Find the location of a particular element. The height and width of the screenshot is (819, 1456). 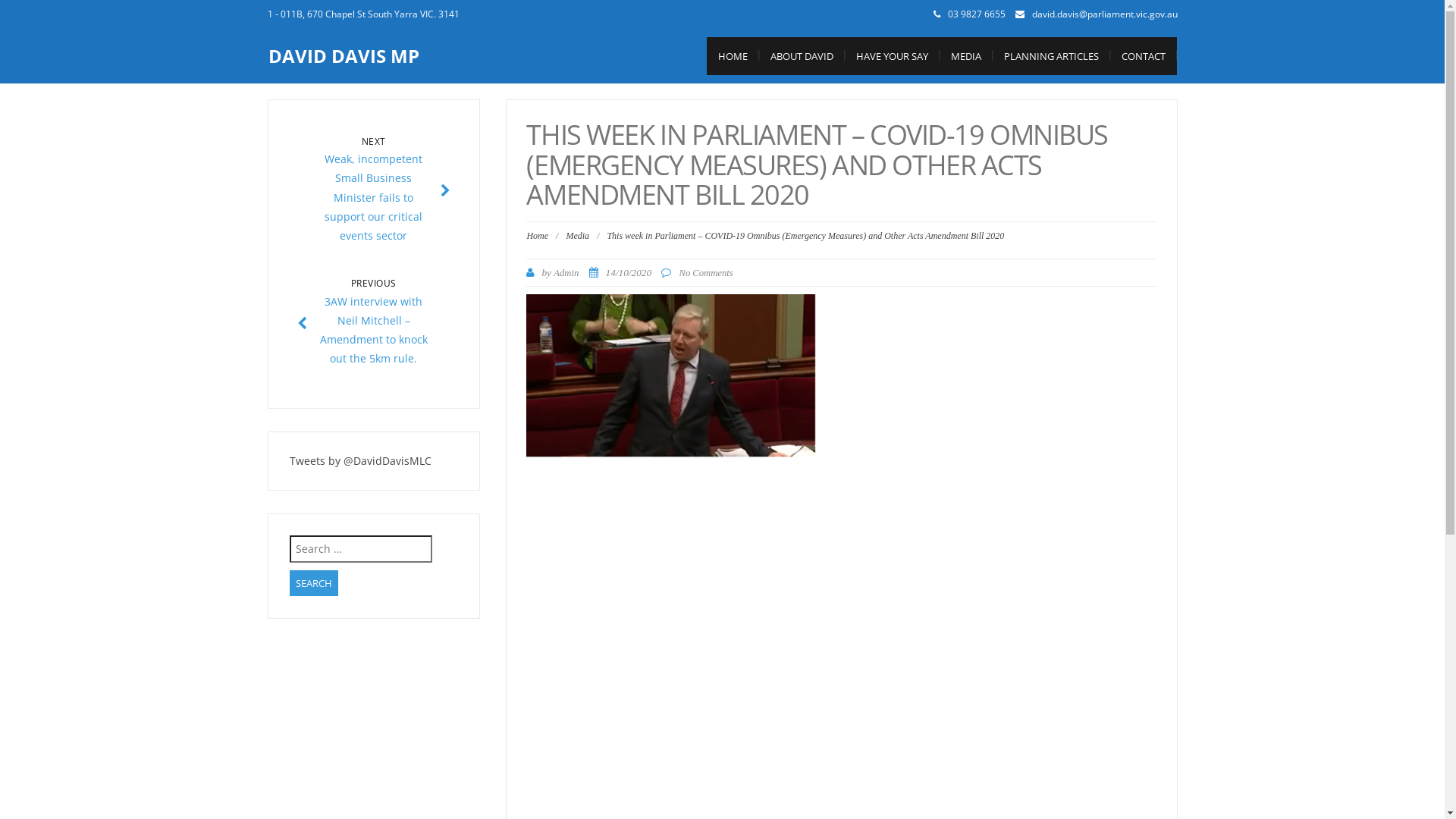

'Search' is located at coordinates (312, 582).